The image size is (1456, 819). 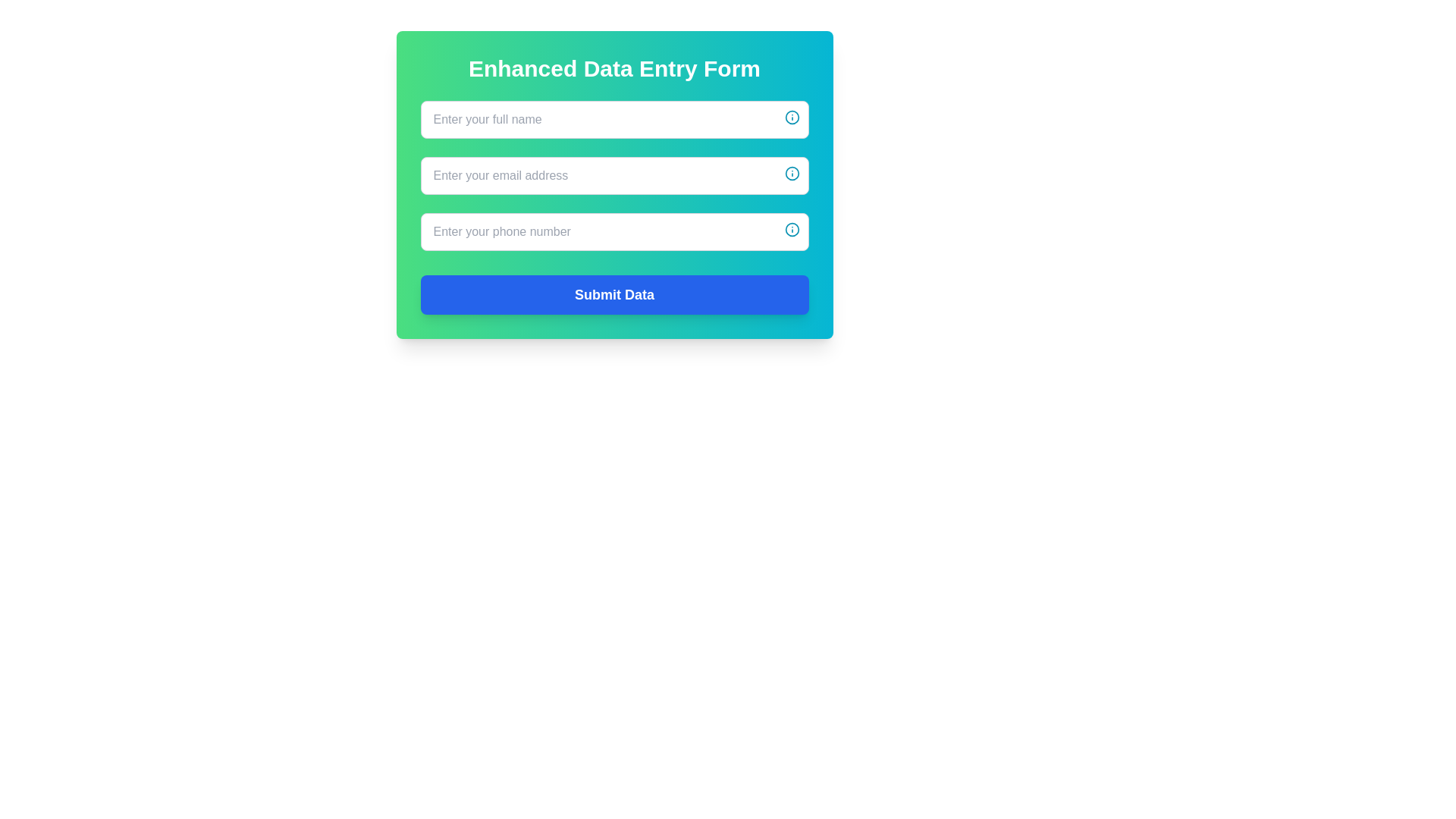 I want to click on the input field for entering a phone number by clicking the actionable icon located at the far right of the input field, so click(x=791, y=230).